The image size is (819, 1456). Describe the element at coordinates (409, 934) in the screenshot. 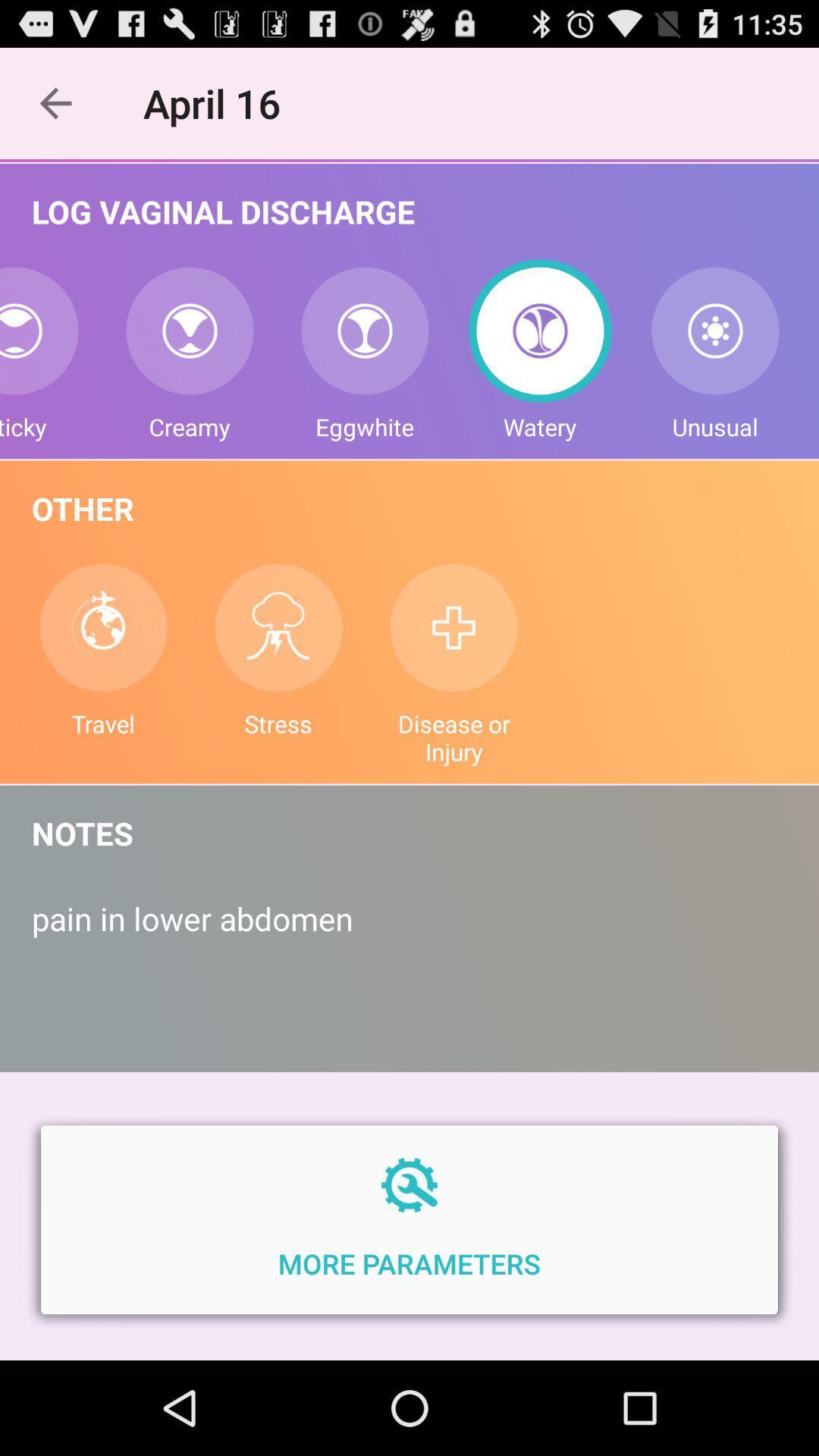

I see `pain in lower icon` at that location.